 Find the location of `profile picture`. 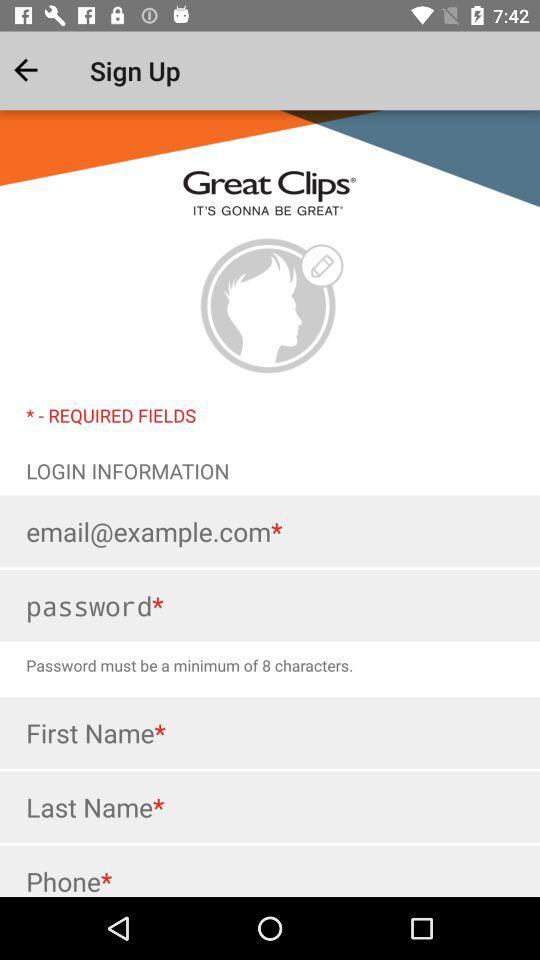

profile picture is located at coordinates (269, 305).